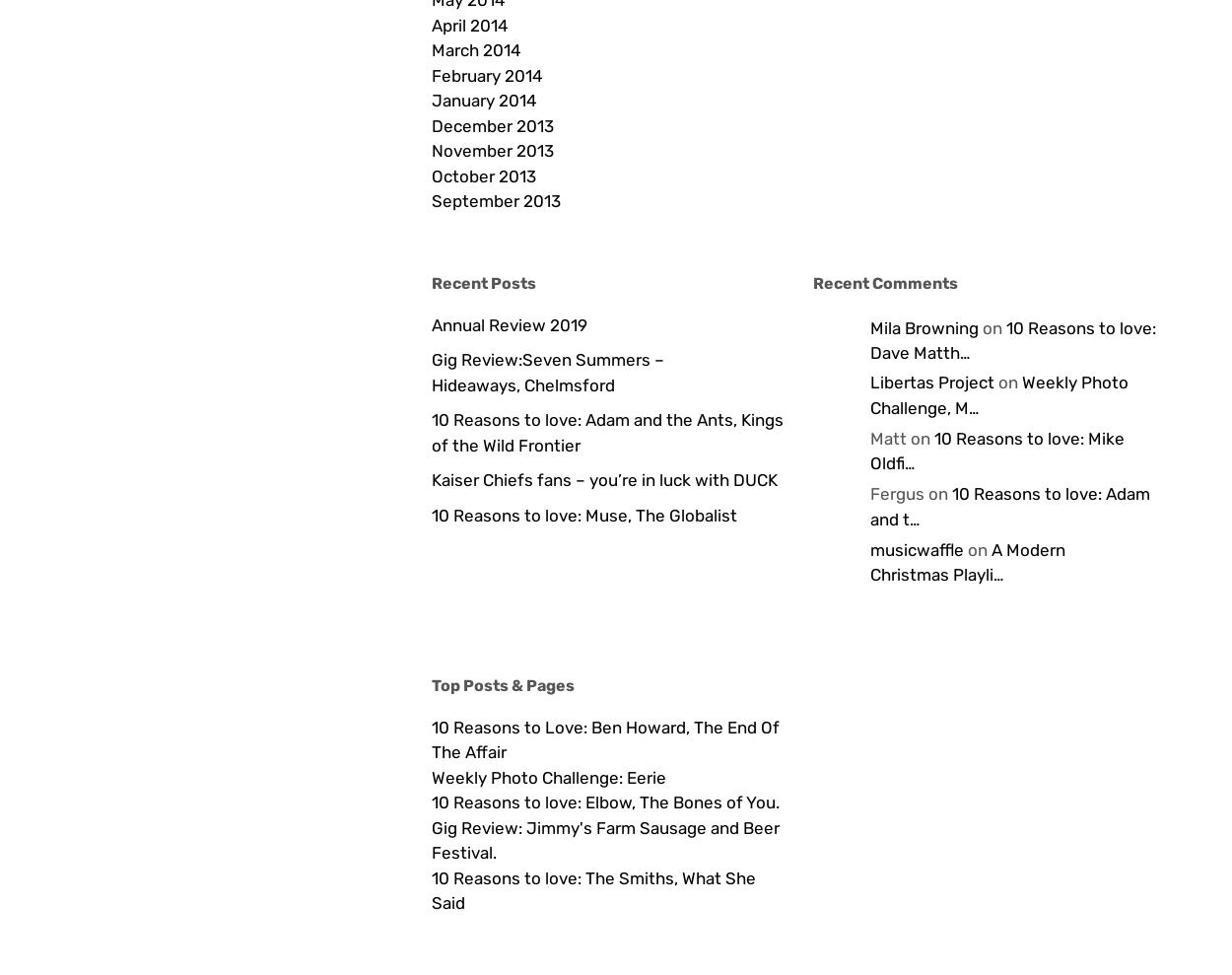 The height and width of the screenshot is (975, 1232). What do you see at coordinates (884, 282) in the screenshot?
I see `'Recent Comments'` at bounding box center [884, 282].